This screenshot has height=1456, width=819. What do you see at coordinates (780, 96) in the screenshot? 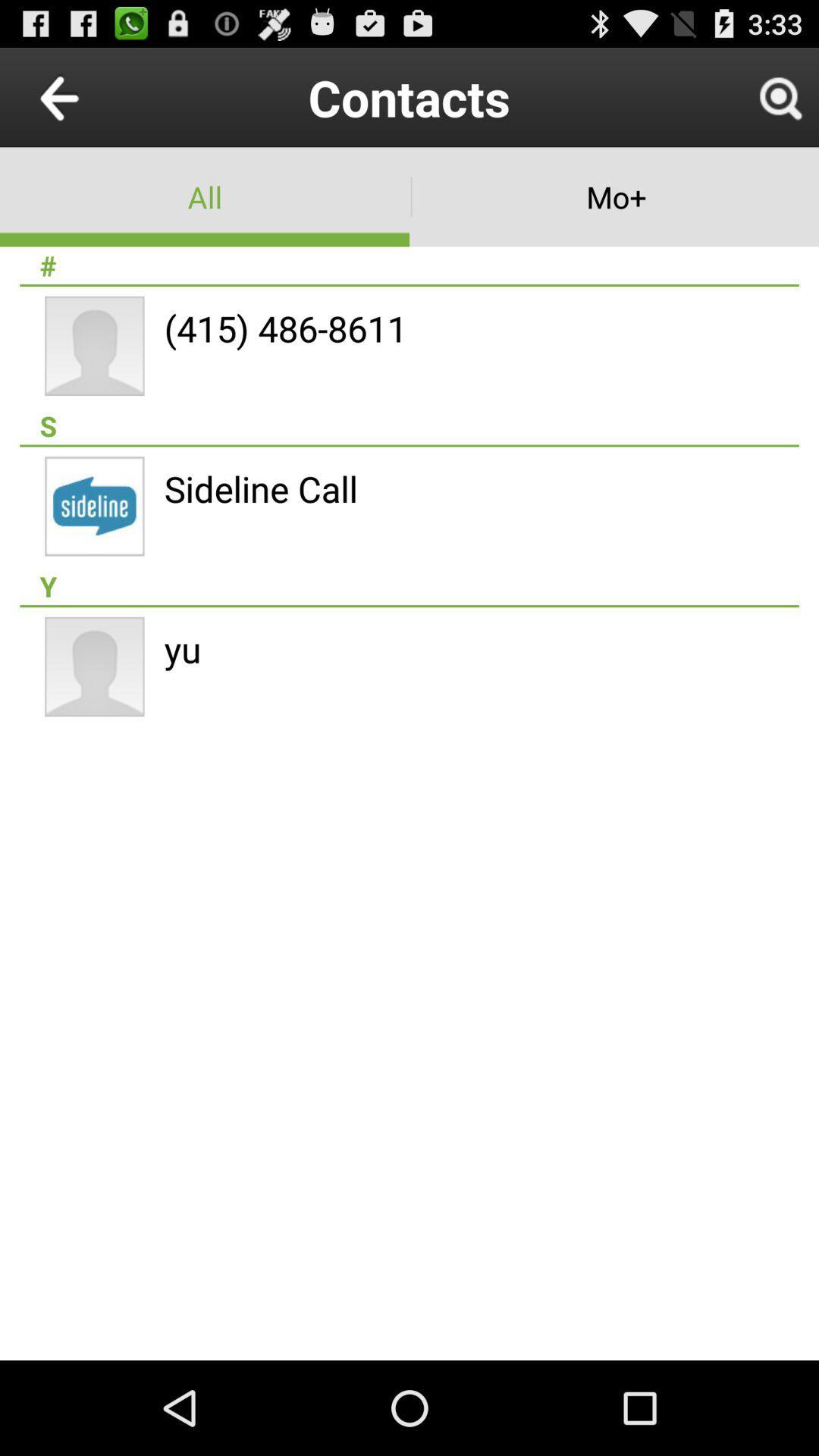
I see `item above mo+` at bounding box center [780, 96].